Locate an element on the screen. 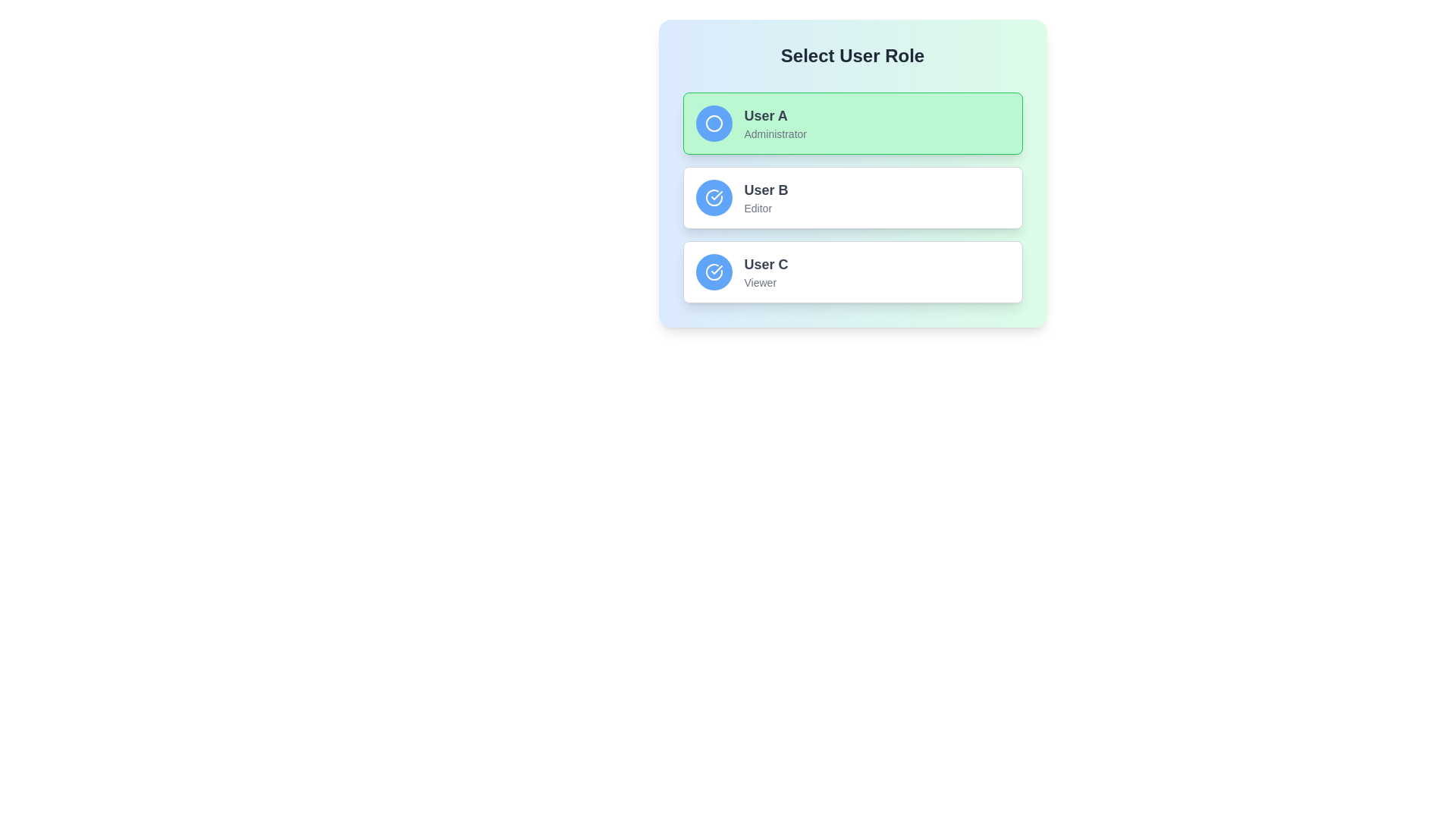 Image resolution: width=1456 pixels, height=819 pixels. text label 'User B', which is styled with a bold font in a dark gray color and located in the middle of the user role selection panel above the description 'Editor' is located at coordinates (766, 189).